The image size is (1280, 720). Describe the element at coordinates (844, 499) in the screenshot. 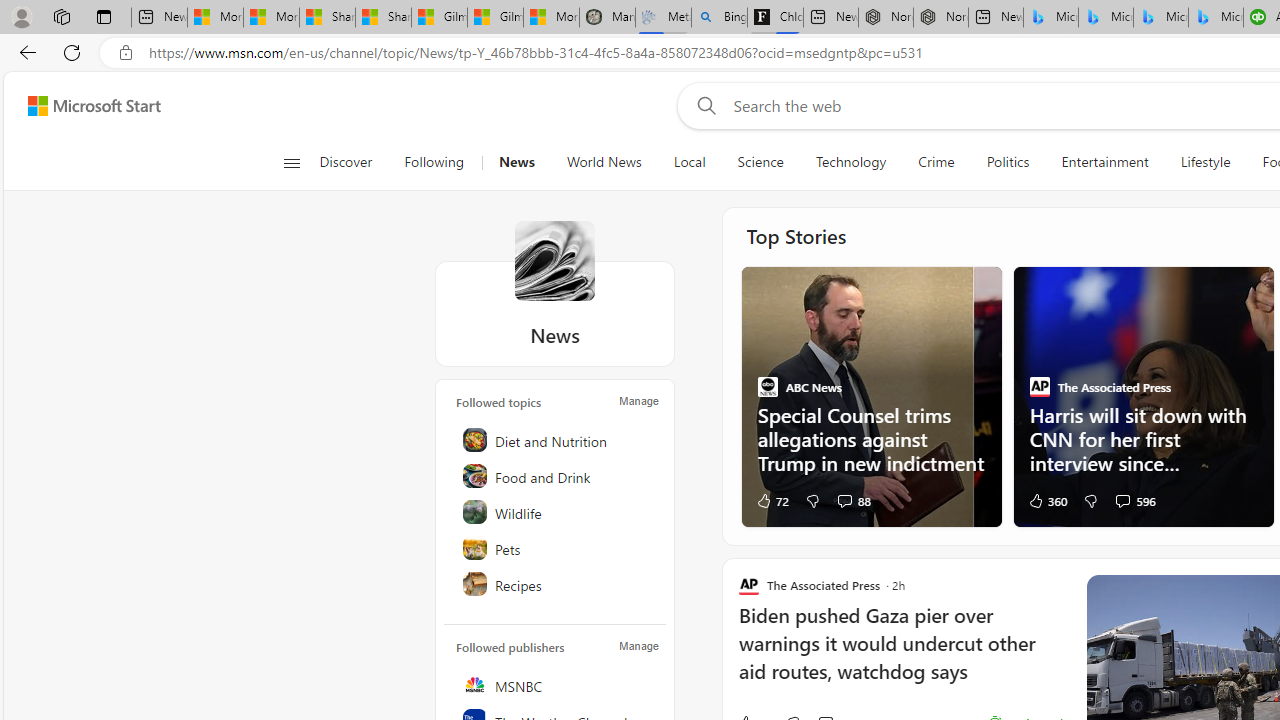

I see `'View comments 88 Comment'` at that location.